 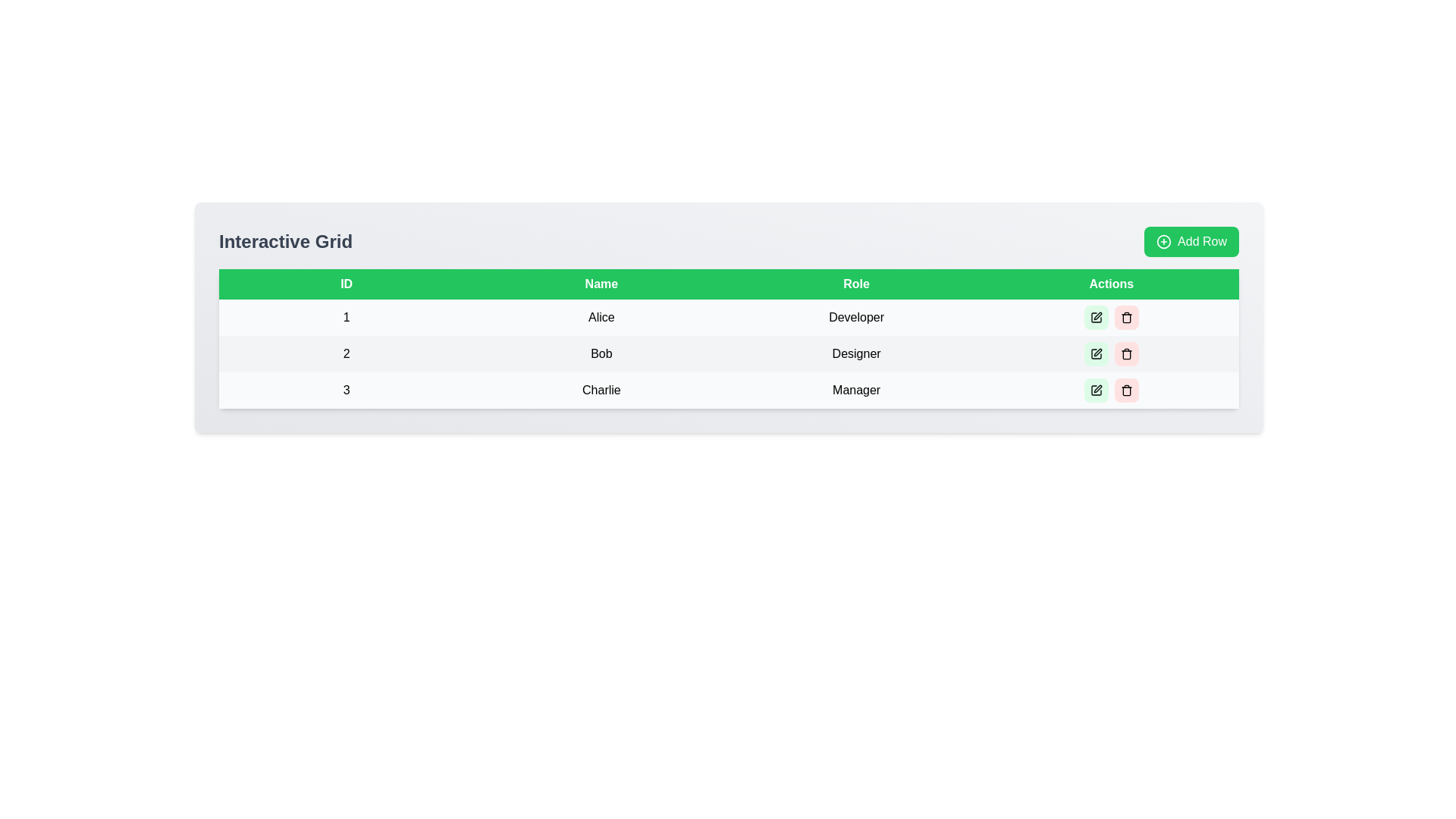 I want to click on the third row of the interactive table containing the details for 'Charlie', the Manager, so click(x=729, y=390).